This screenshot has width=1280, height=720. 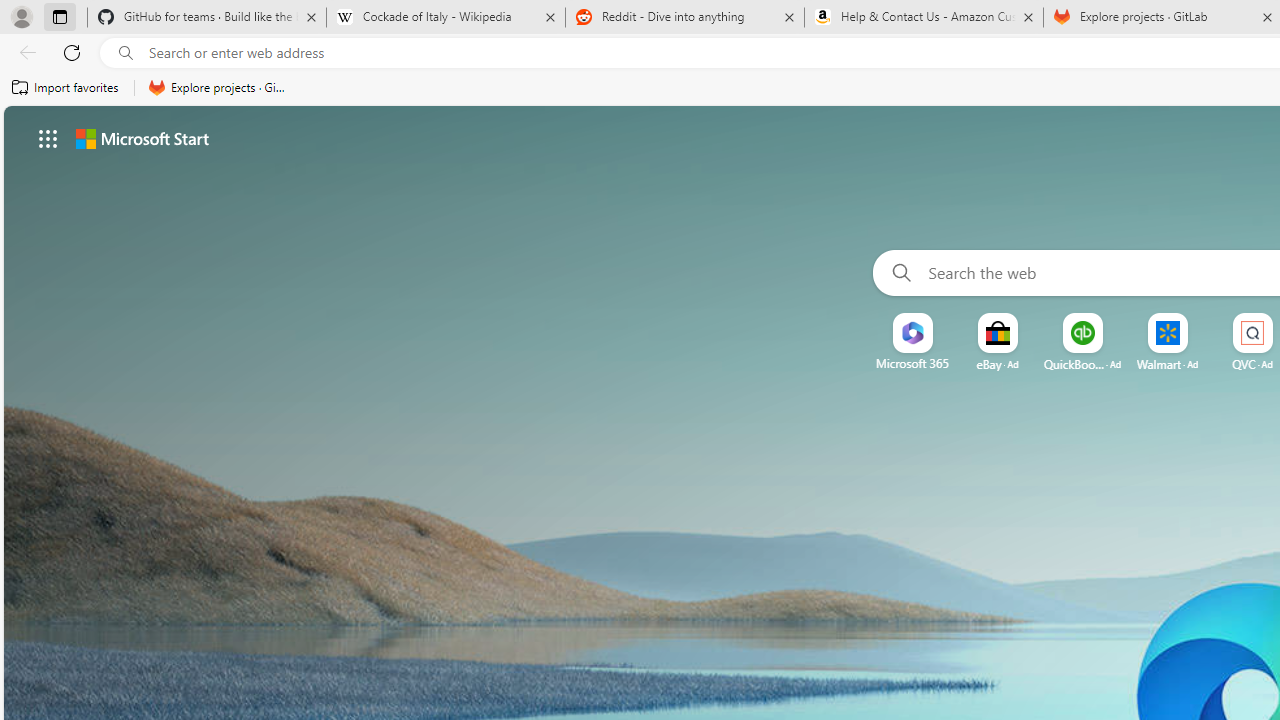 What do you see at coordinates (65, 87) in the screenshot?
I see `'Import favorites'` at bounding box center [65, 87].